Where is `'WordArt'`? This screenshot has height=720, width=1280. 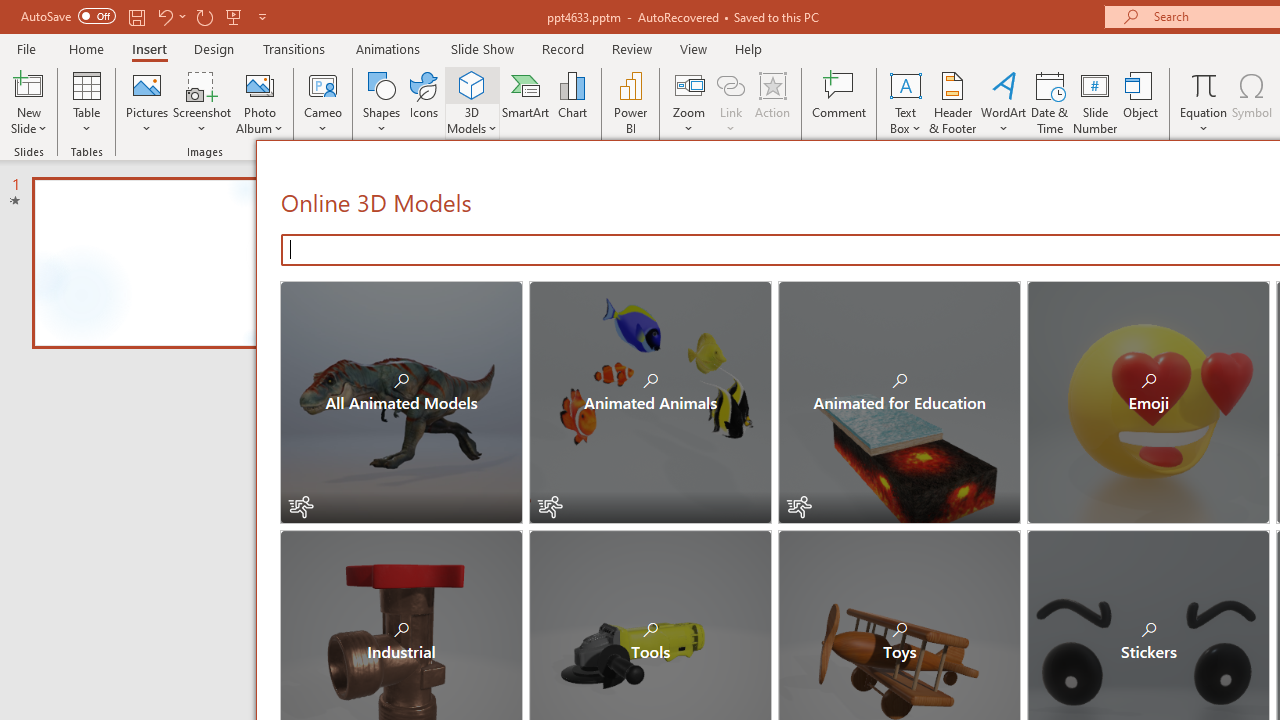
'WordArt' is located at coordinates (1004, 103).